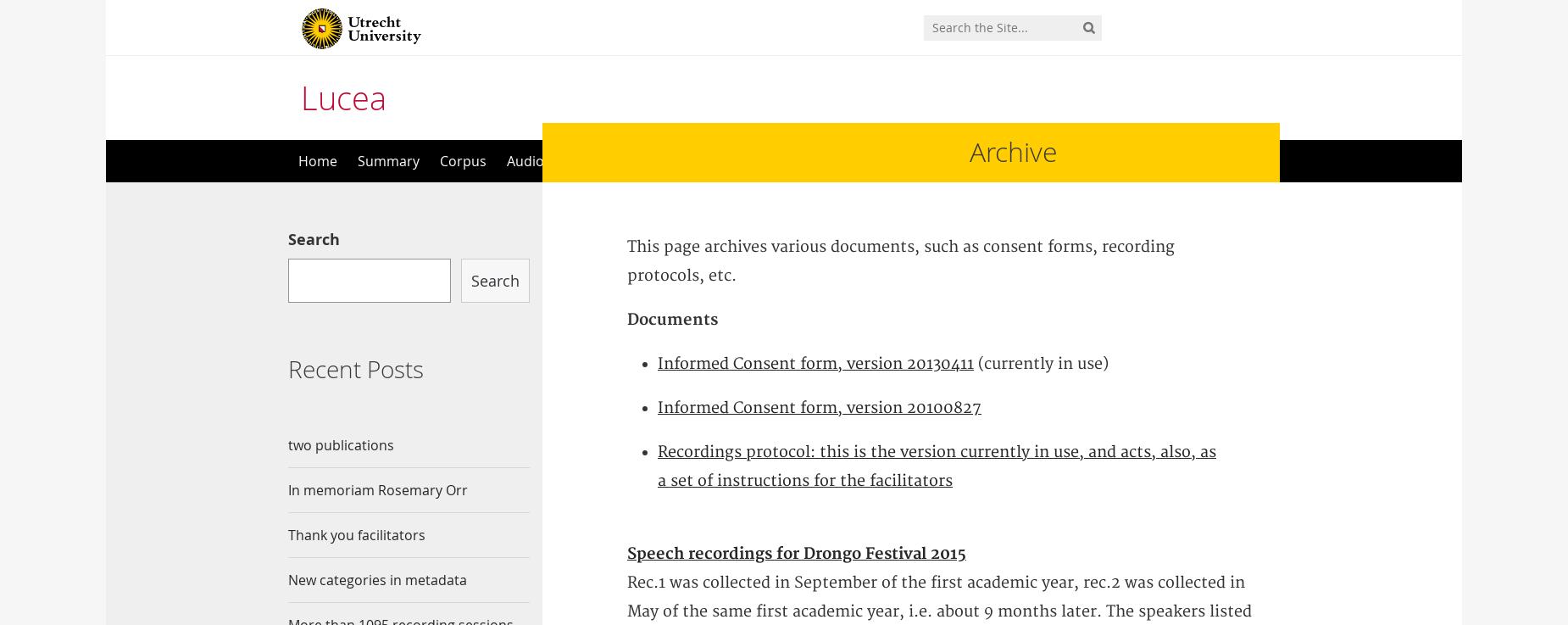 This screenshot has width=1568, height=625. I want to click on 'Informed Consent form, version 20100827', so click(818, 408).